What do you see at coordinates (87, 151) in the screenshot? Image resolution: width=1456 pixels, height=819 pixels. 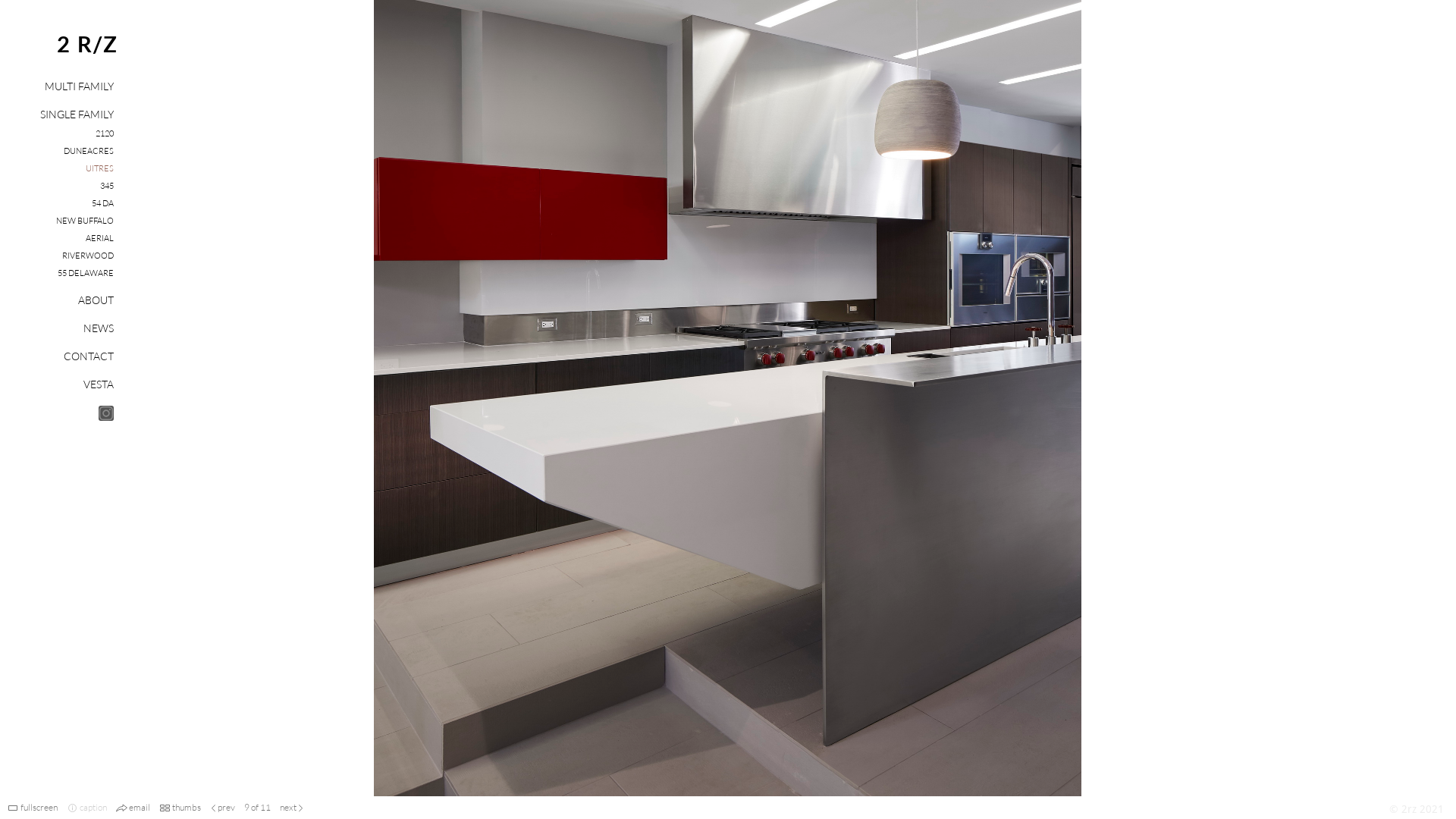 I see `'DUNEACRES'` at bounding box center [87, 151].